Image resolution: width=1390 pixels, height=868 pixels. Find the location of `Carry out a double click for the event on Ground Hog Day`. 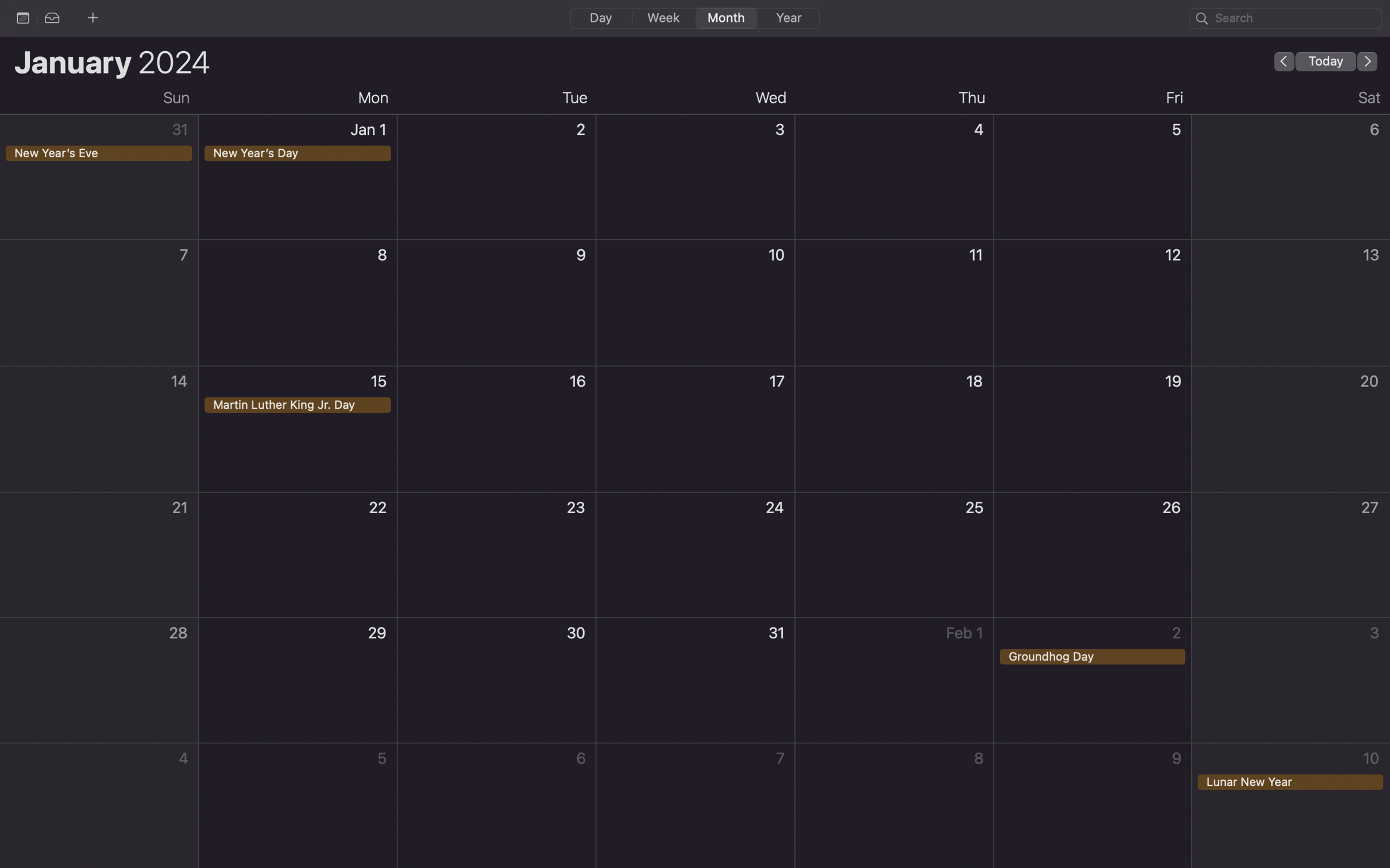

Carry out a double click for the event on Ground Hog Day is located at coordinates (1095, 681).